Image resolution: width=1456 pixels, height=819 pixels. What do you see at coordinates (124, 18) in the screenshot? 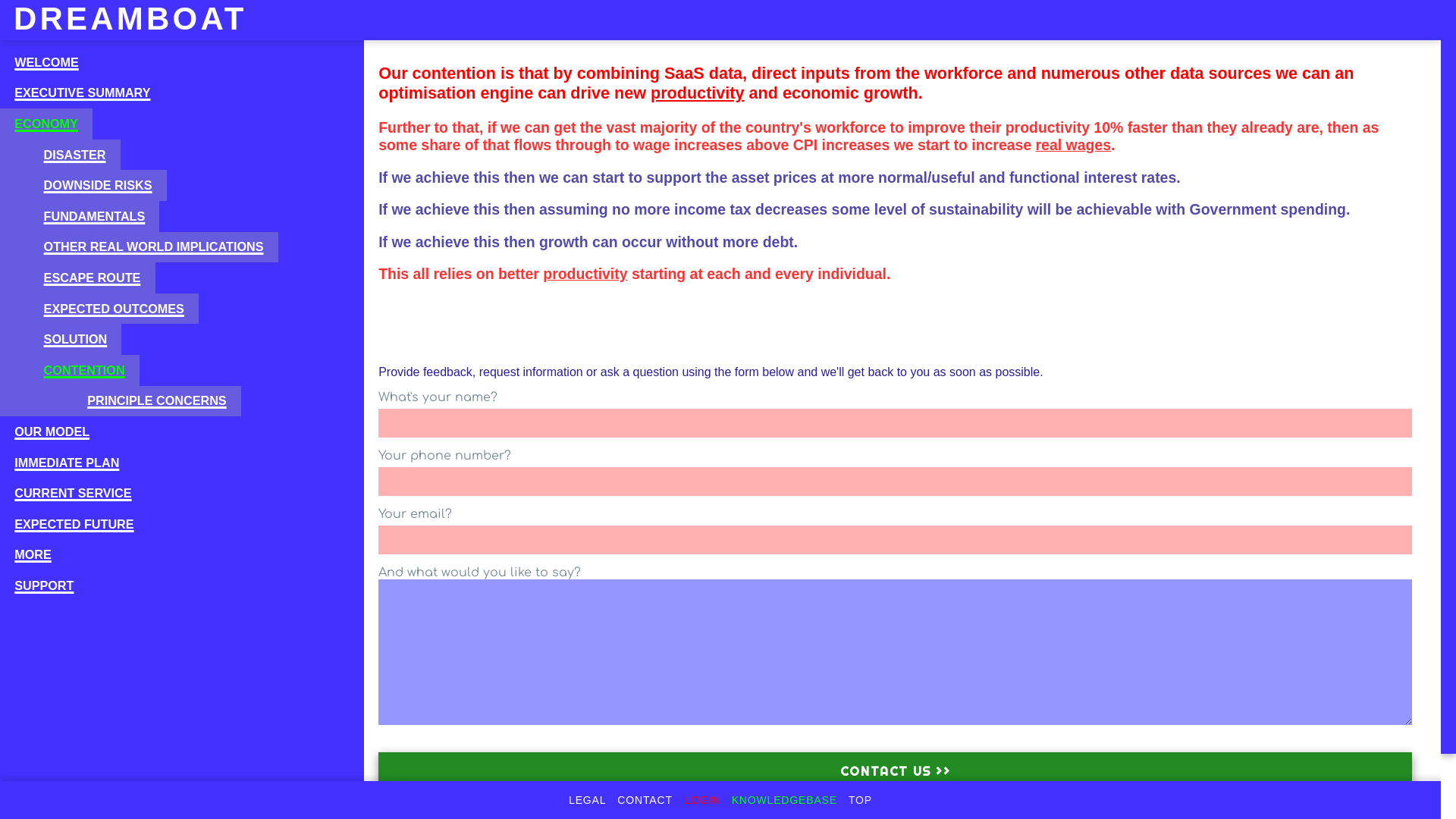
I see `'DREAMBOAT'` at bounding box center [124, 18].